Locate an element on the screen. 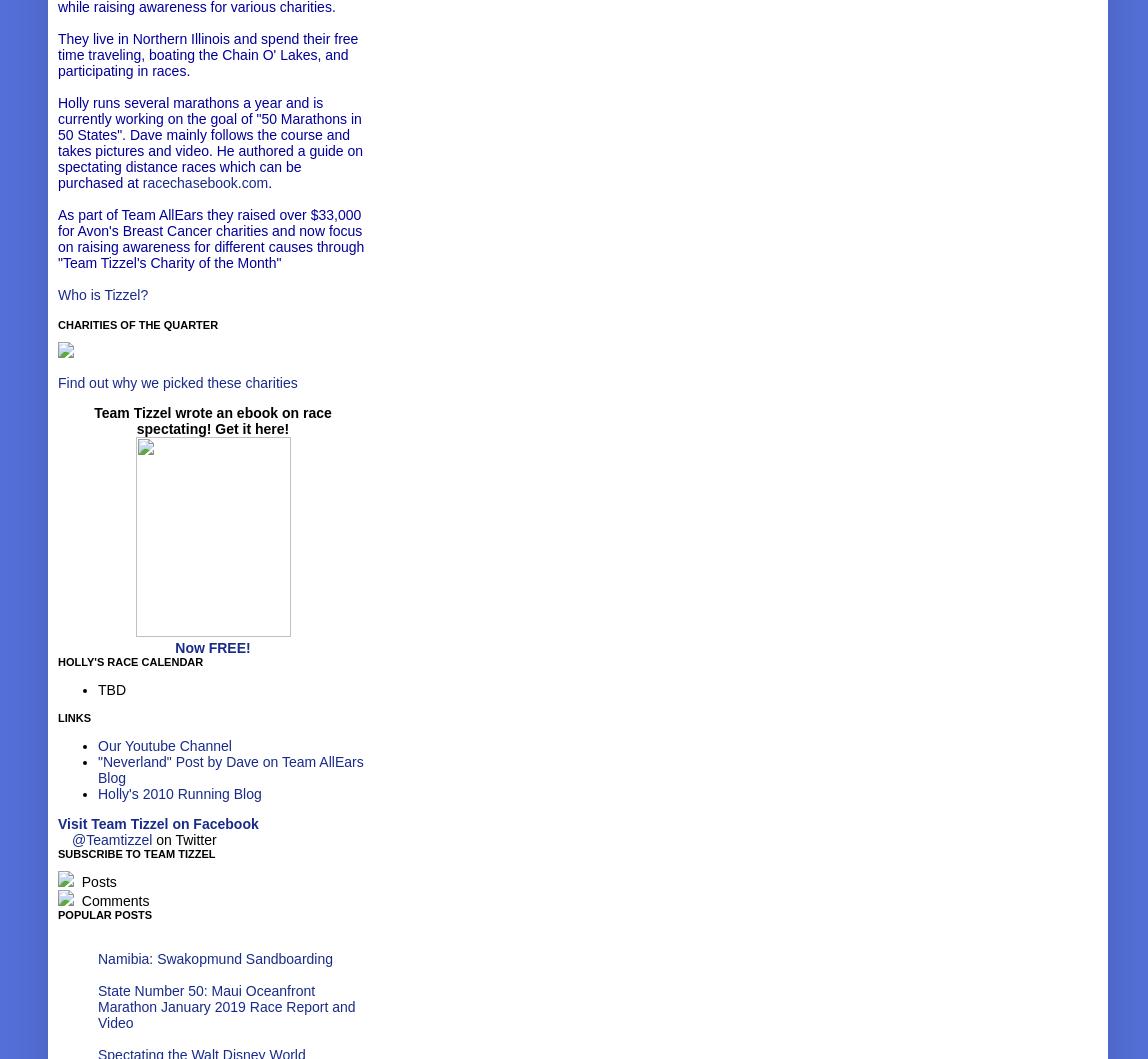 This screenshot has width=1148, height=1059. 'Now FREE!' is located at coordinates (212, 647).